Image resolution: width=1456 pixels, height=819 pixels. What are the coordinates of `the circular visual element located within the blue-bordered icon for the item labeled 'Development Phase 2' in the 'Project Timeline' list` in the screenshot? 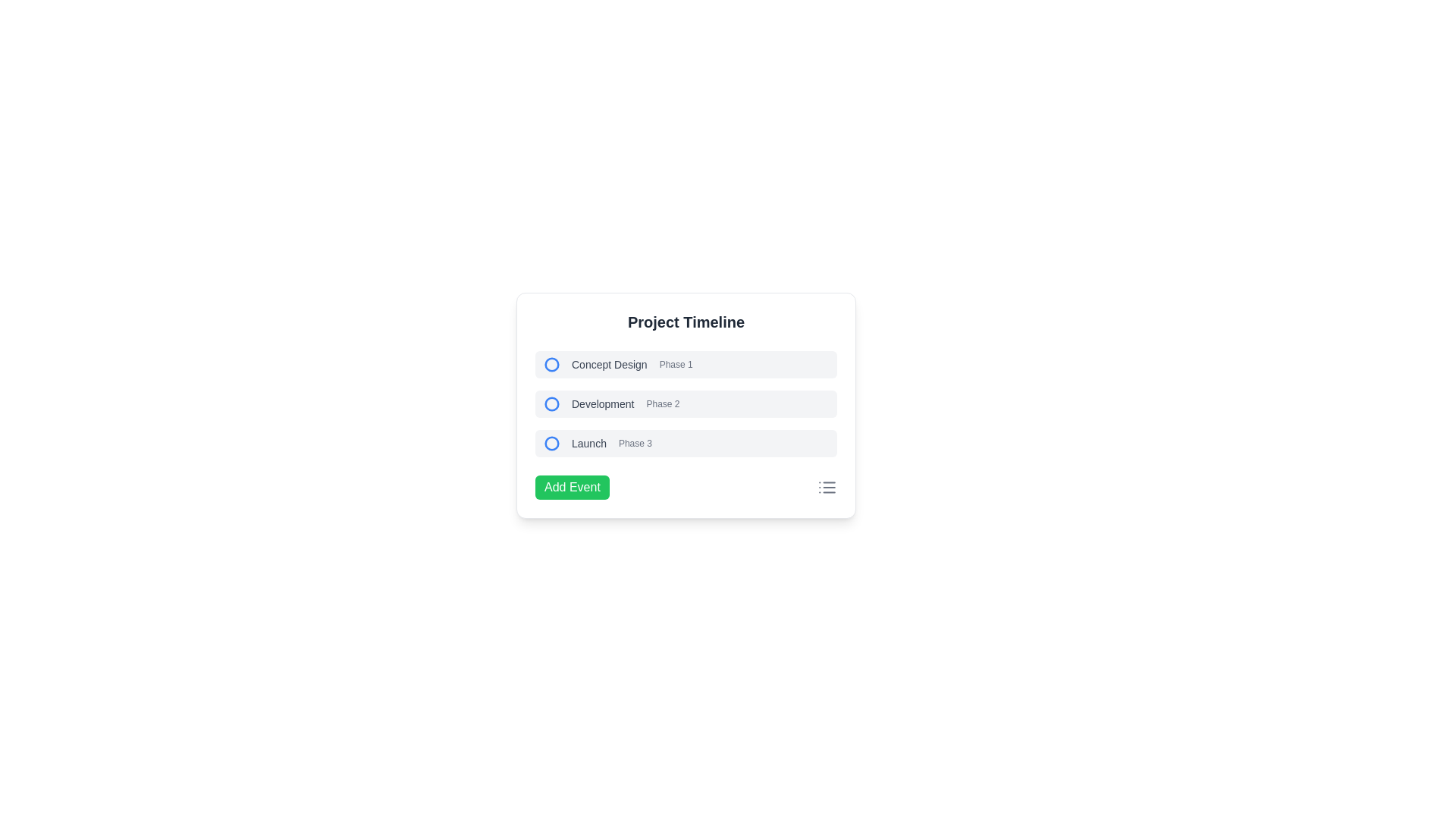 It's located at (551, 403).